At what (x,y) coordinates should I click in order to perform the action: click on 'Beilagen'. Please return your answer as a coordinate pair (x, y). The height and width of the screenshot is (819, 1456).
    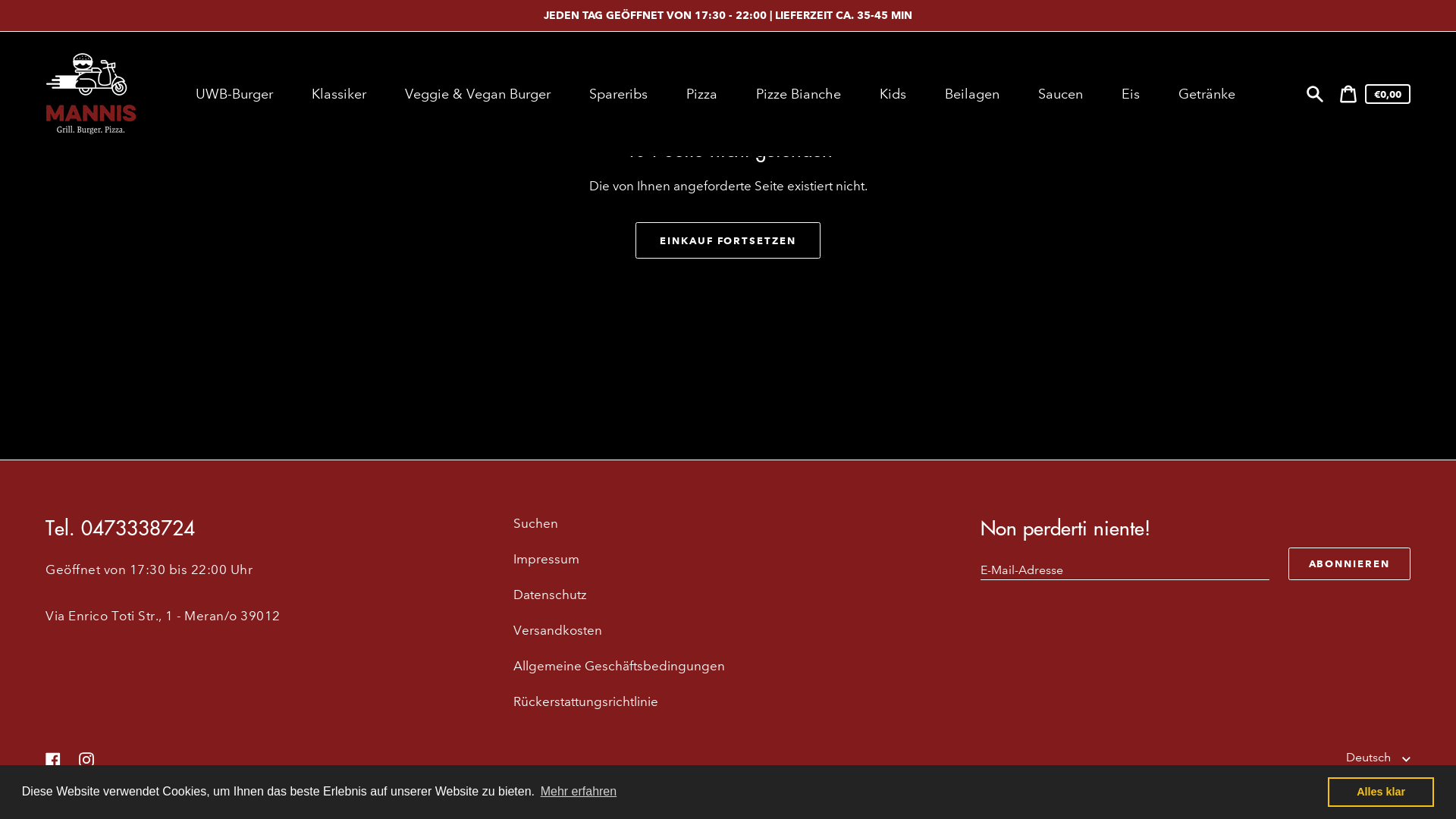
    Looking at the image, I should click on (974, 93).